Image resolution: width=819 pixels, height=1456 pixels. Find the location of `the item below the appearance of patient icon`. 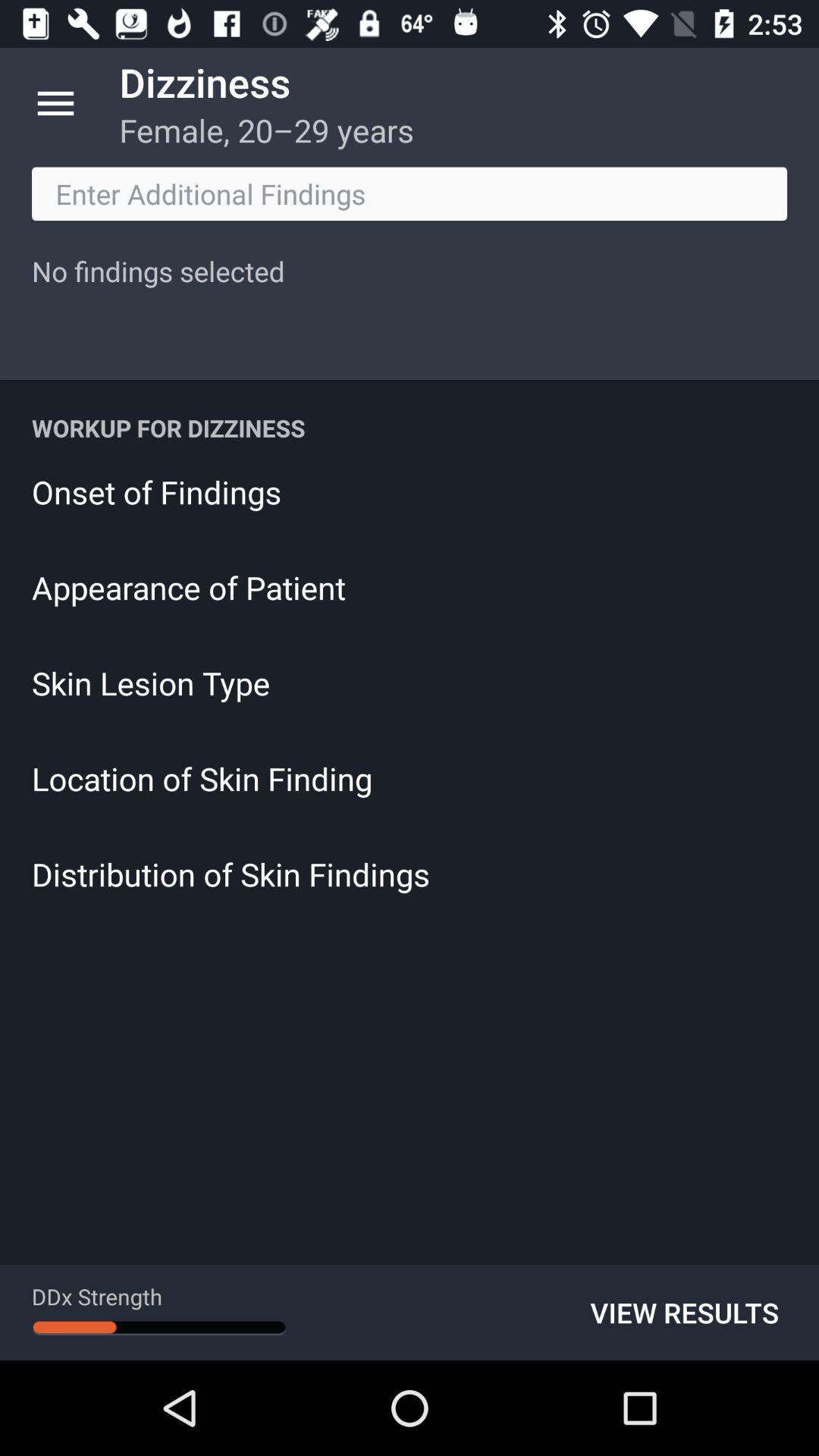

the item below the appearance of patient icon is located at coordinates (409, 682).